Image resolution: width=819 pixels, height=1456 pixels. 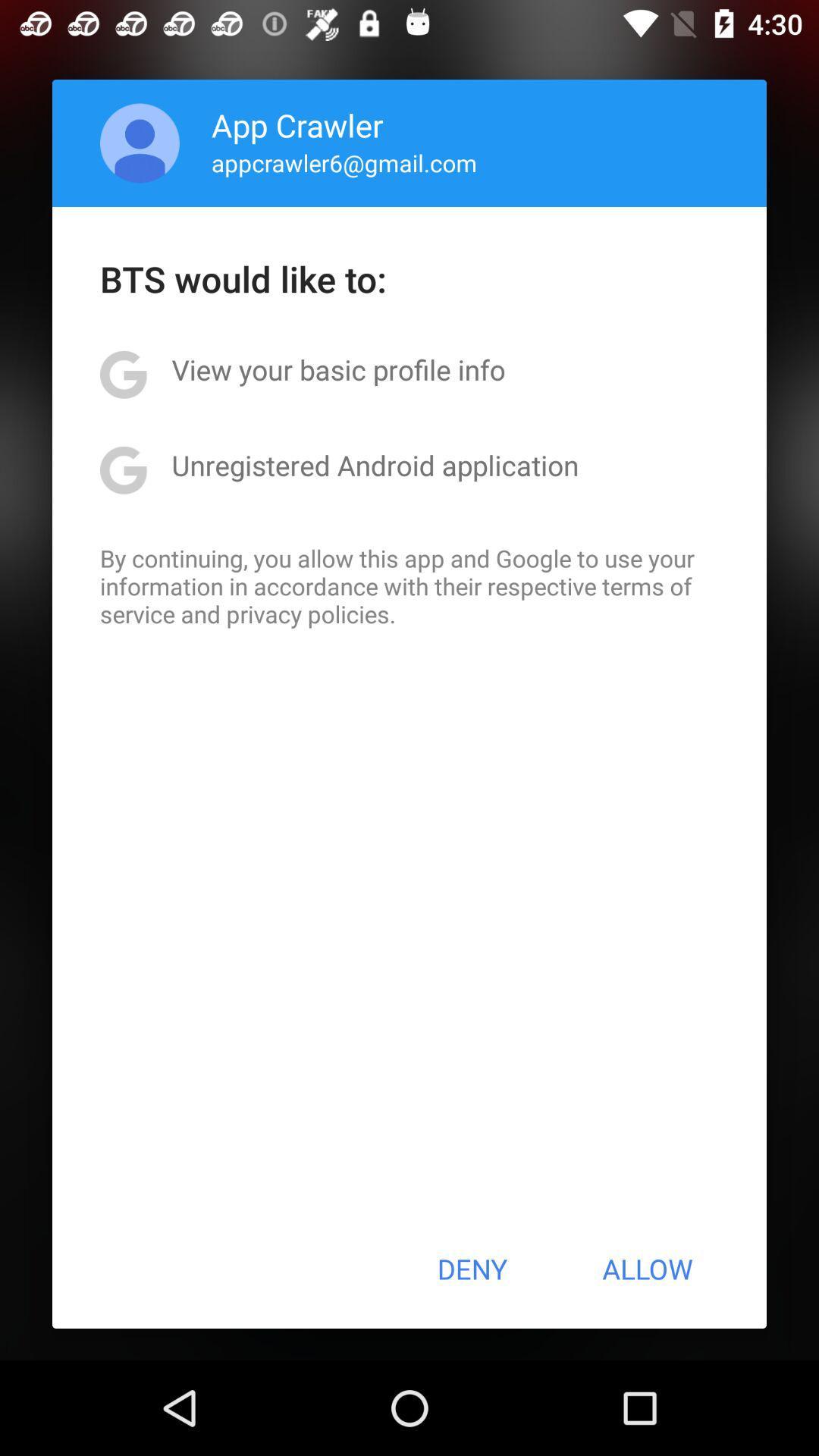 What do you see at coordinates (344, 162) in the screenshot?
I see `appcrawler6@gmail.com item` at bounding box center [344, 162].